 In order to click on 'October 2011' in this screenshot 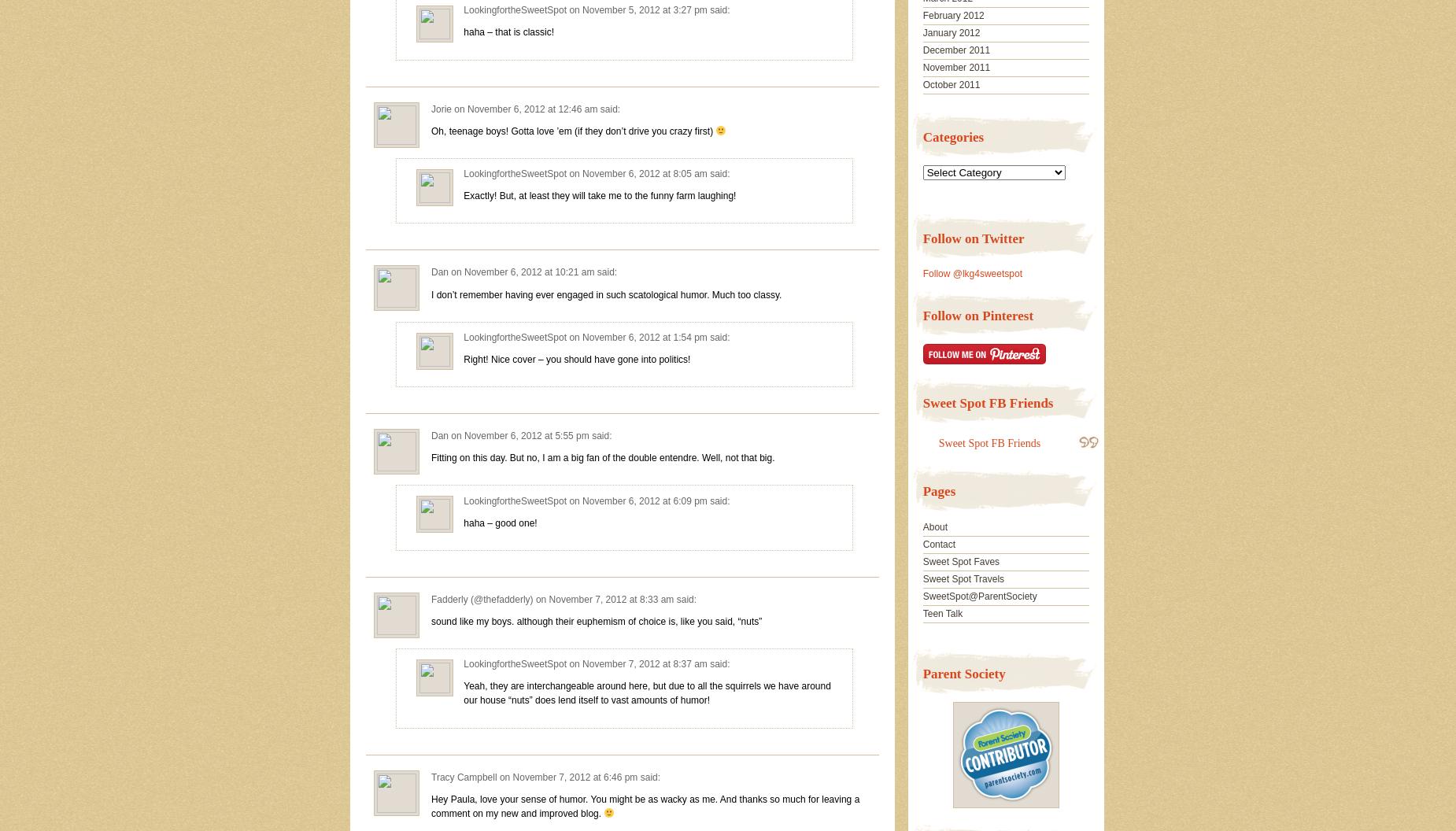, I will do `click(921, 83)`.